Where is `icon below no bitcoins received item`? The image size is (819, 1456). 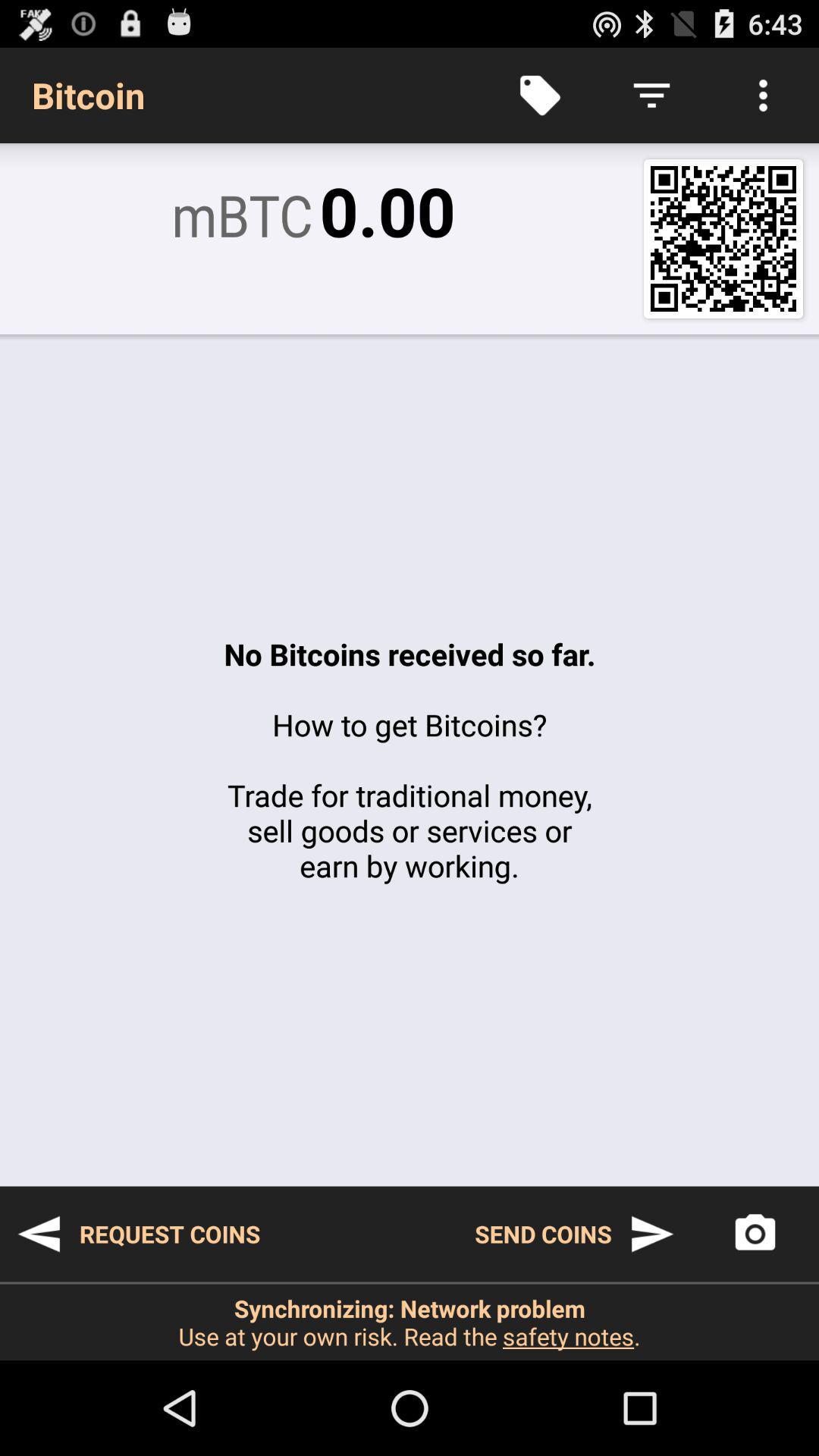
icon below no bitcoins received item is located at coordinates (138, 1234).